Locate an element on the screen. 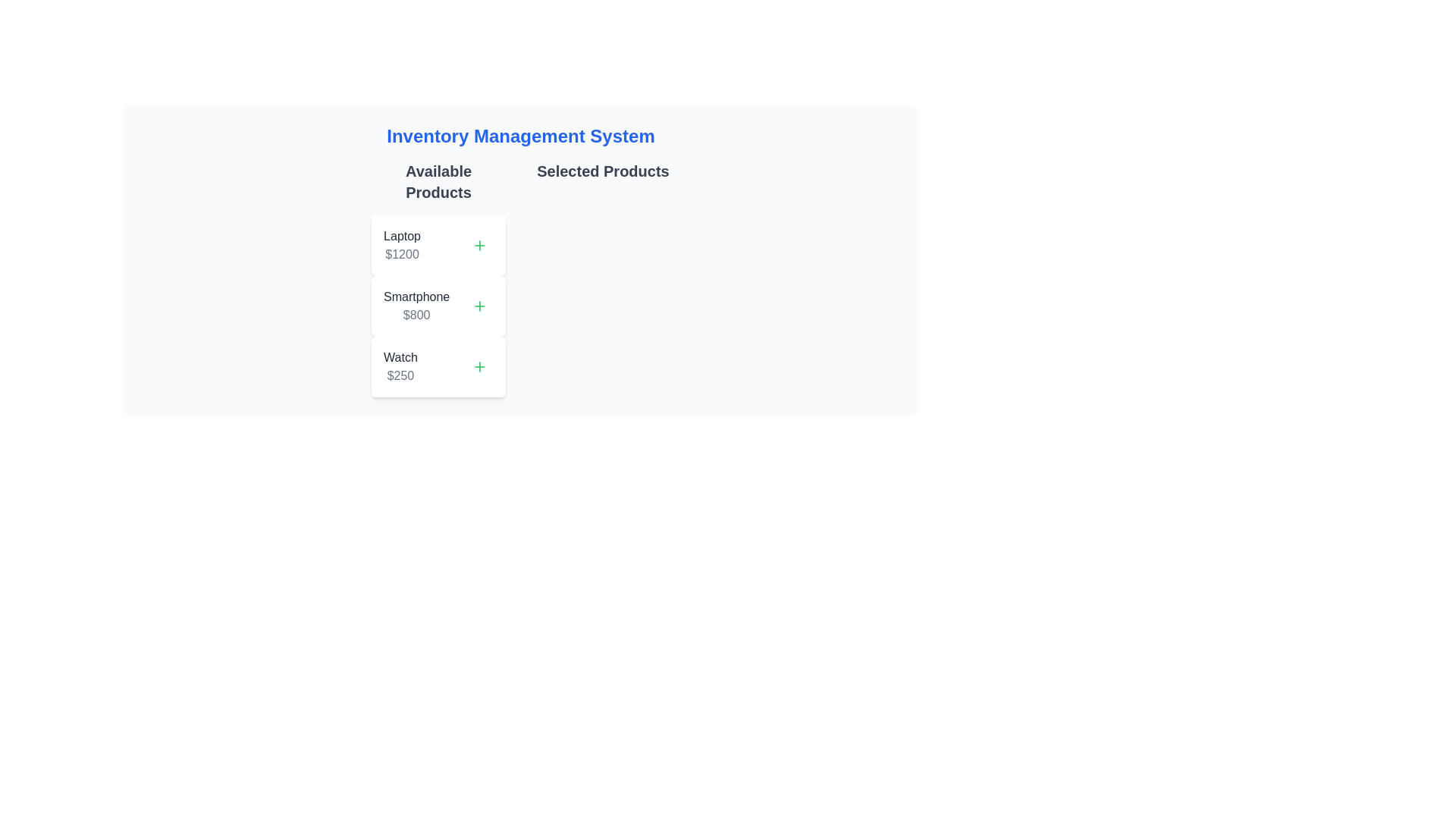 The height and width of the screenshot is (819, 1456). the price text label displayed beneath the 'Watch' item in the 'Available Products' section is located at coordinates (400, 375).